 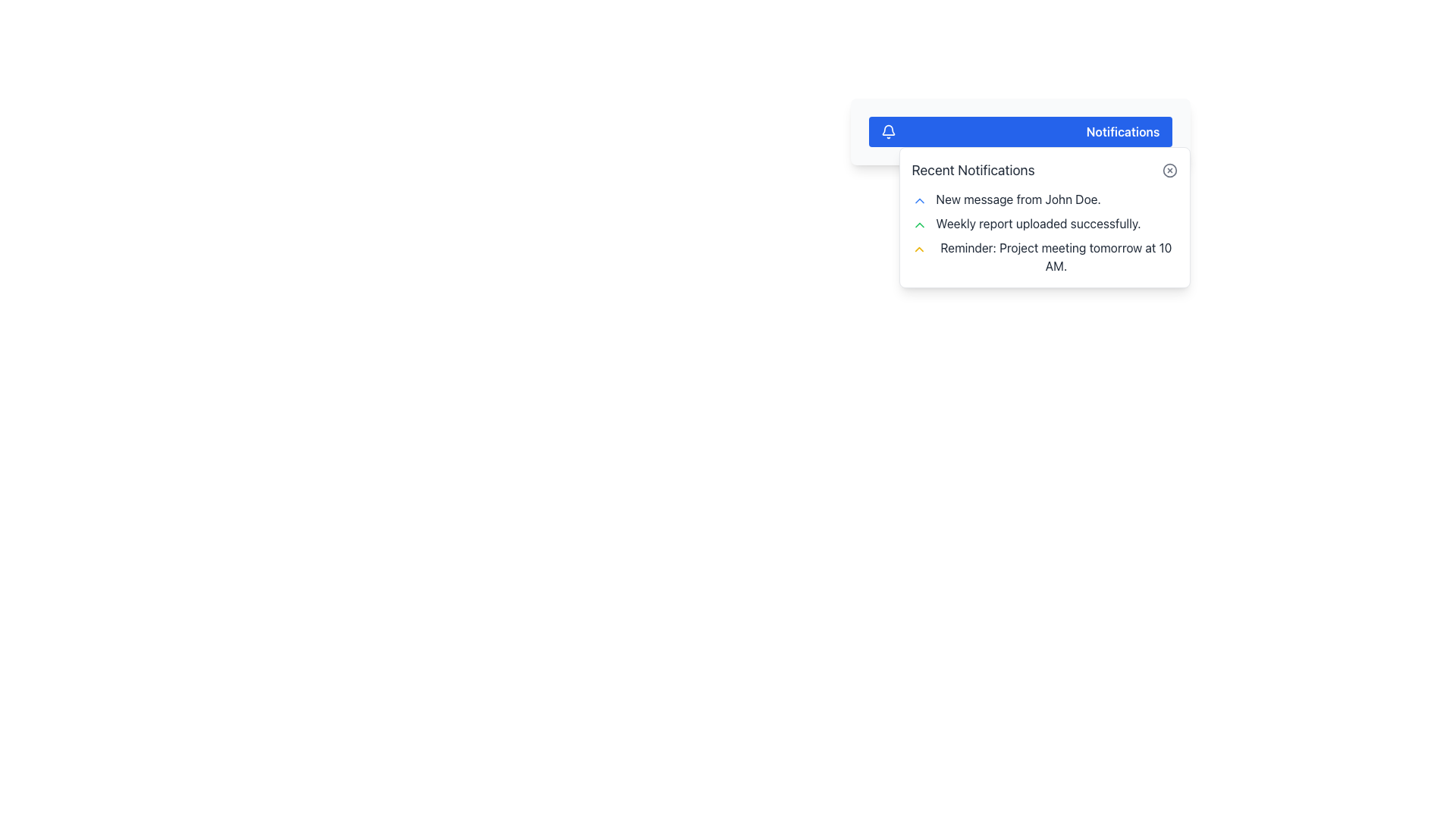 I want to click on the small upward chevron icon styled in yellow, located in the leftmost position of the alert bar indicating 'Reminder: Project meeting tomorrow at 10 AM', so click(x=918, y=248).